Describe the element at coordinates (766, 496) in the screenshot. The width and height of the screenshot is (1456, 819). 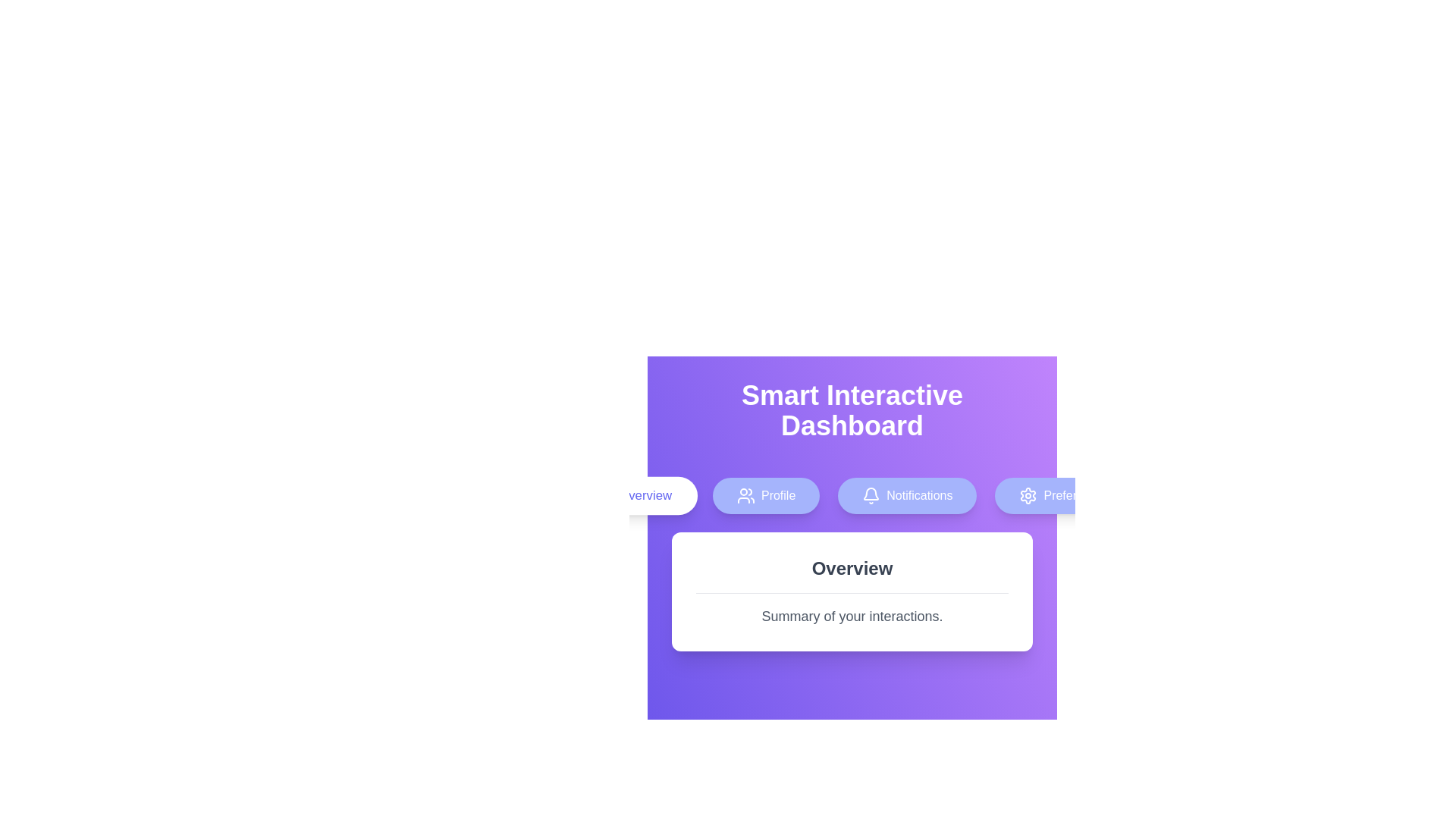
I see `the Profile tab by clicking its corresponding button` at that location.